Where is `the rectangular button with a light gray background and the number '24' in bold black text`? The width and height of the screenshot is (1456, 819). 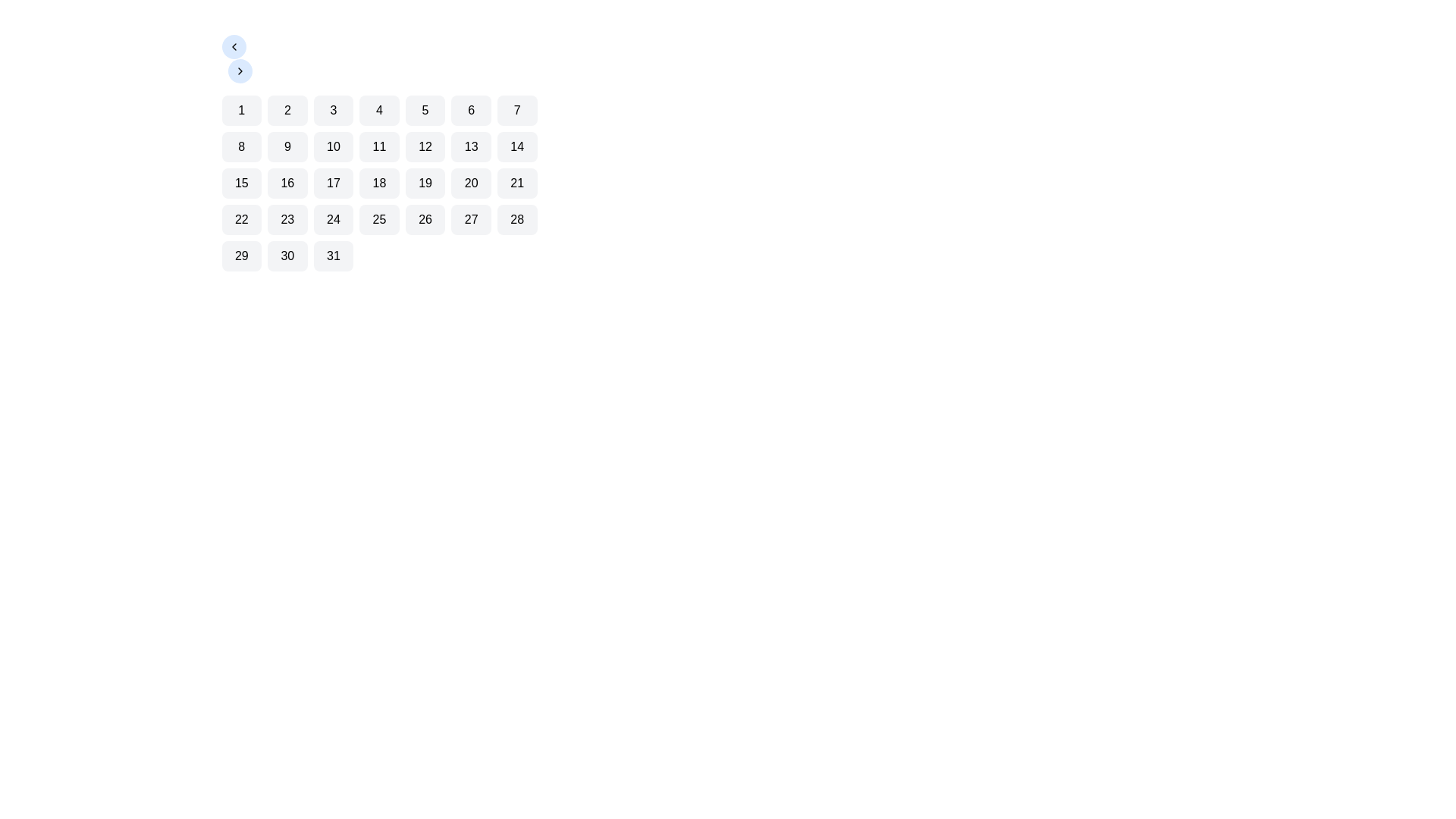 the rectangular button with a light gray background and the number '24' in bold black text is located at coordinates (332, 219).